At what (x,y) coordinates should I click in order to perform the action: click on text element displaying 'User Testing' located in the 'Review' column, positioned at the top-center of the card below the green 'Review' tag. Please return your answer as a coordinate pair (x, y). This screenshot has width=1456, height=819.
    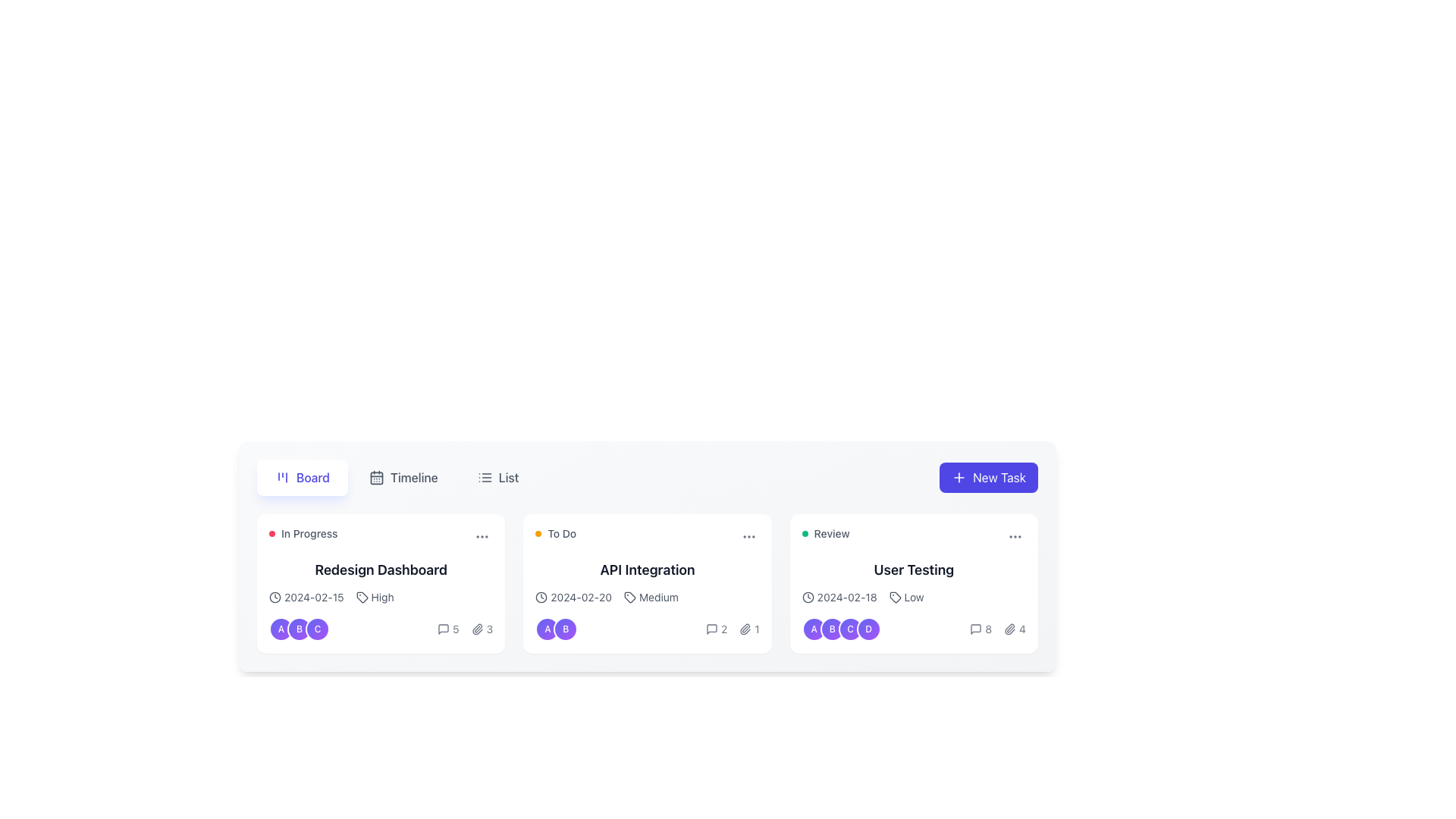
    Looking at the image, I should click on (913, 570).